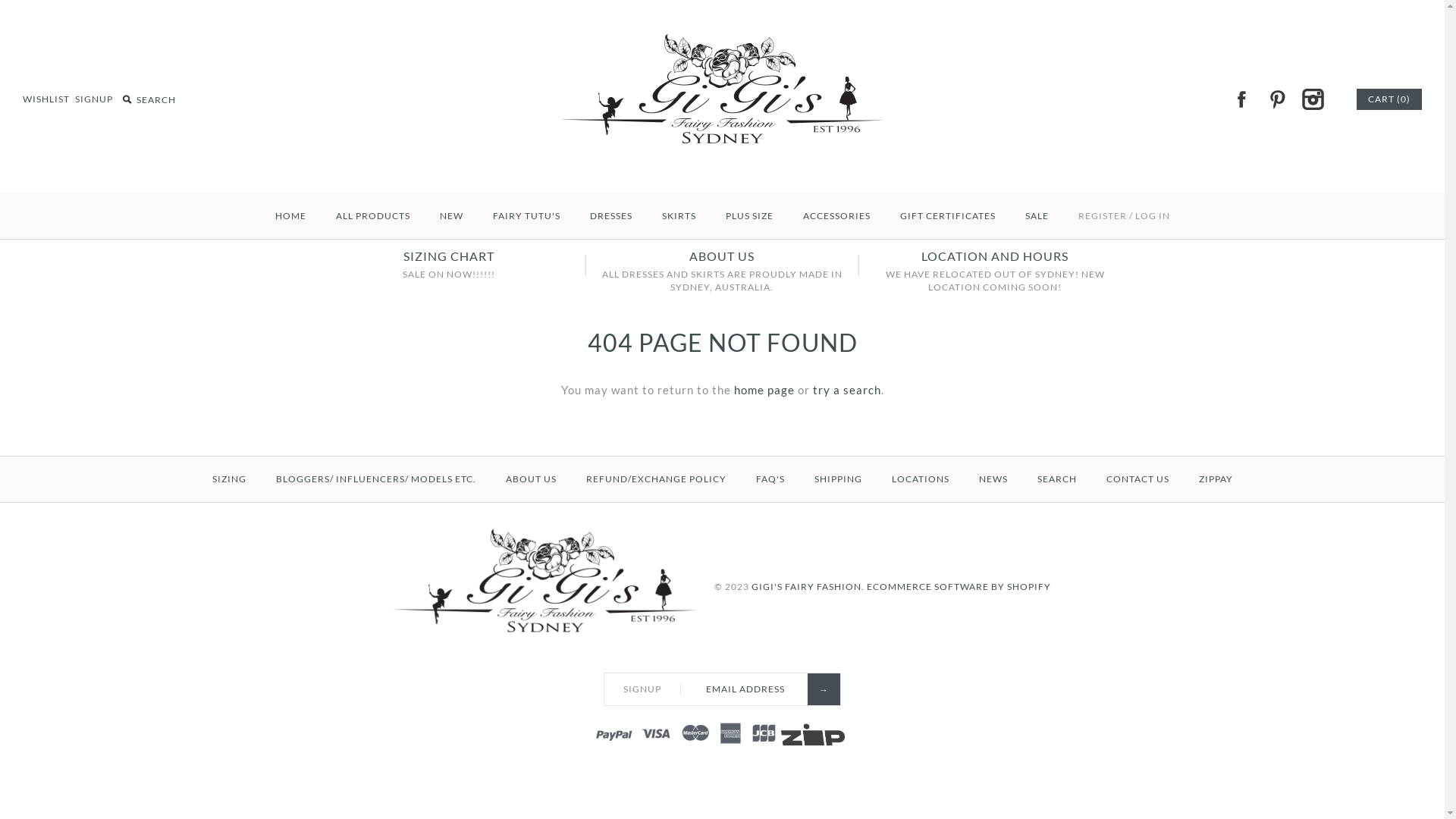  What do you see at coordinates (648, 216) in the screenshot?
I see `'SKIRTS'` at bounding box center [648, 216].